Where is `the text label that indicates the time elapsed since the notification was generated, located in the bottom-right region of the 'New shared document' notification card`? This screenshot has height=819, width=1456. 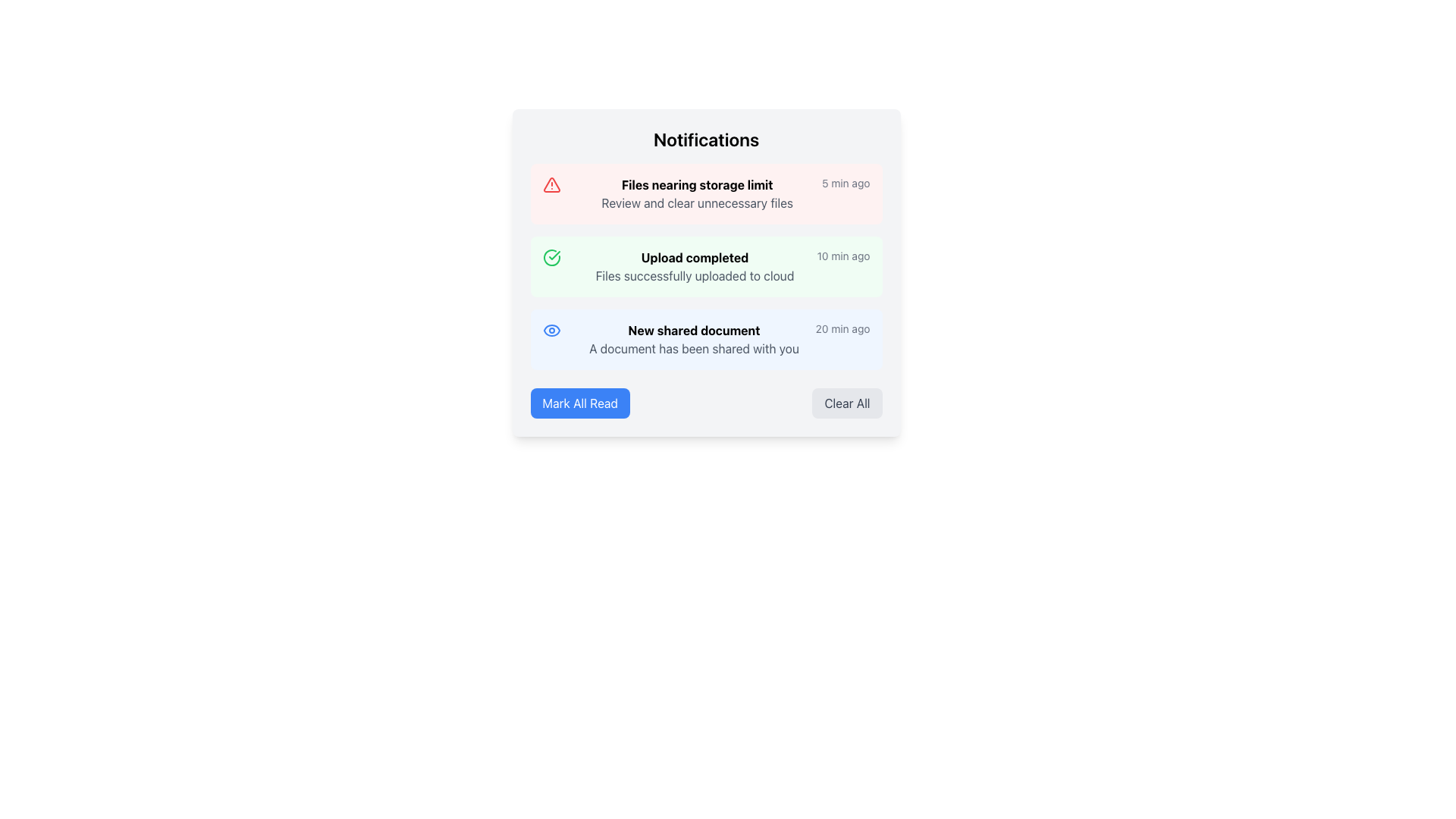
the text label that indicates the time elapsed since the notification was generated, located in the bottom-right region of the 'New shared document' notification card is located at coordinates (842, 328).